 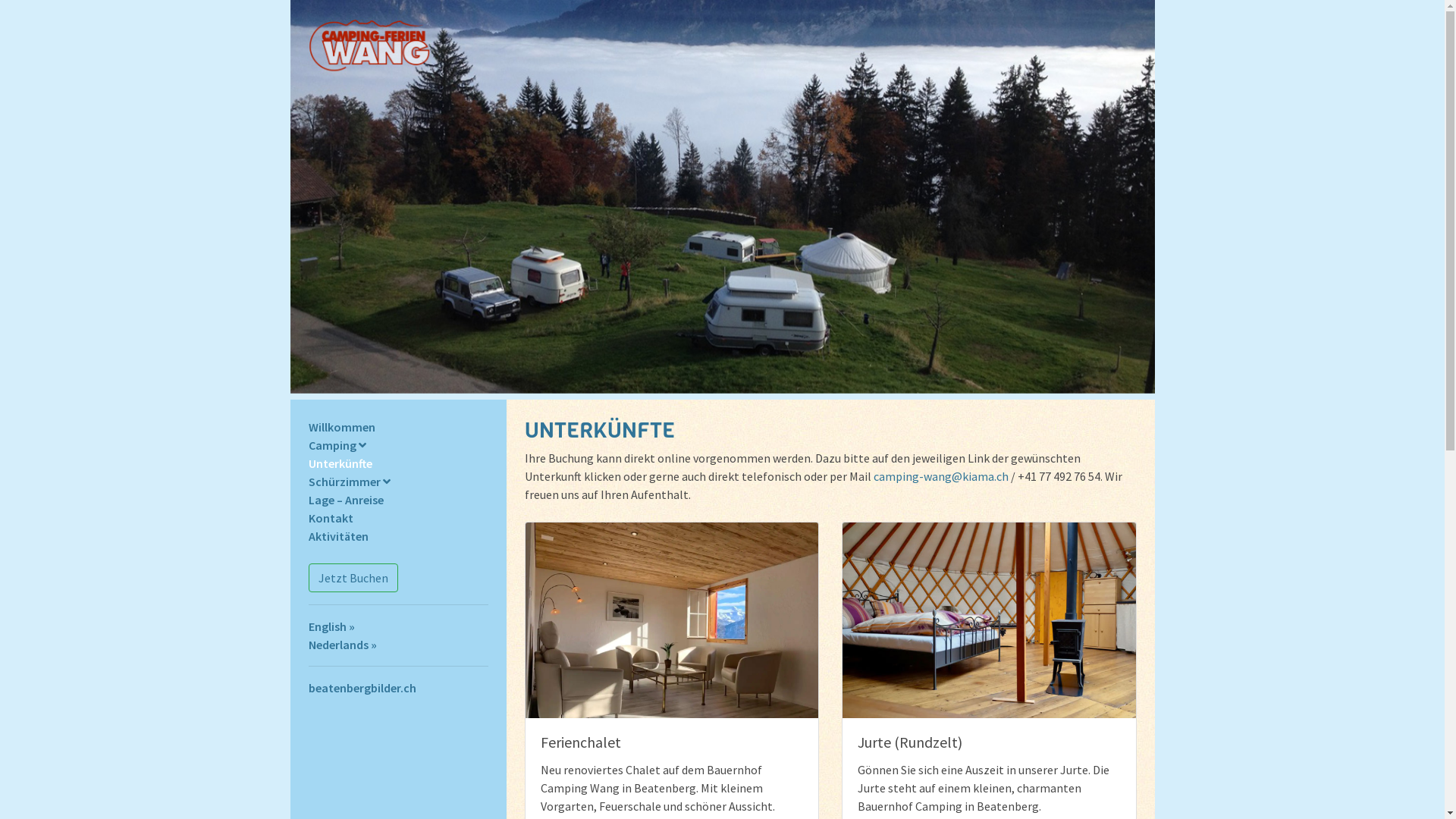 I want to click on 'Willkommen', so click(x=340, y=427).